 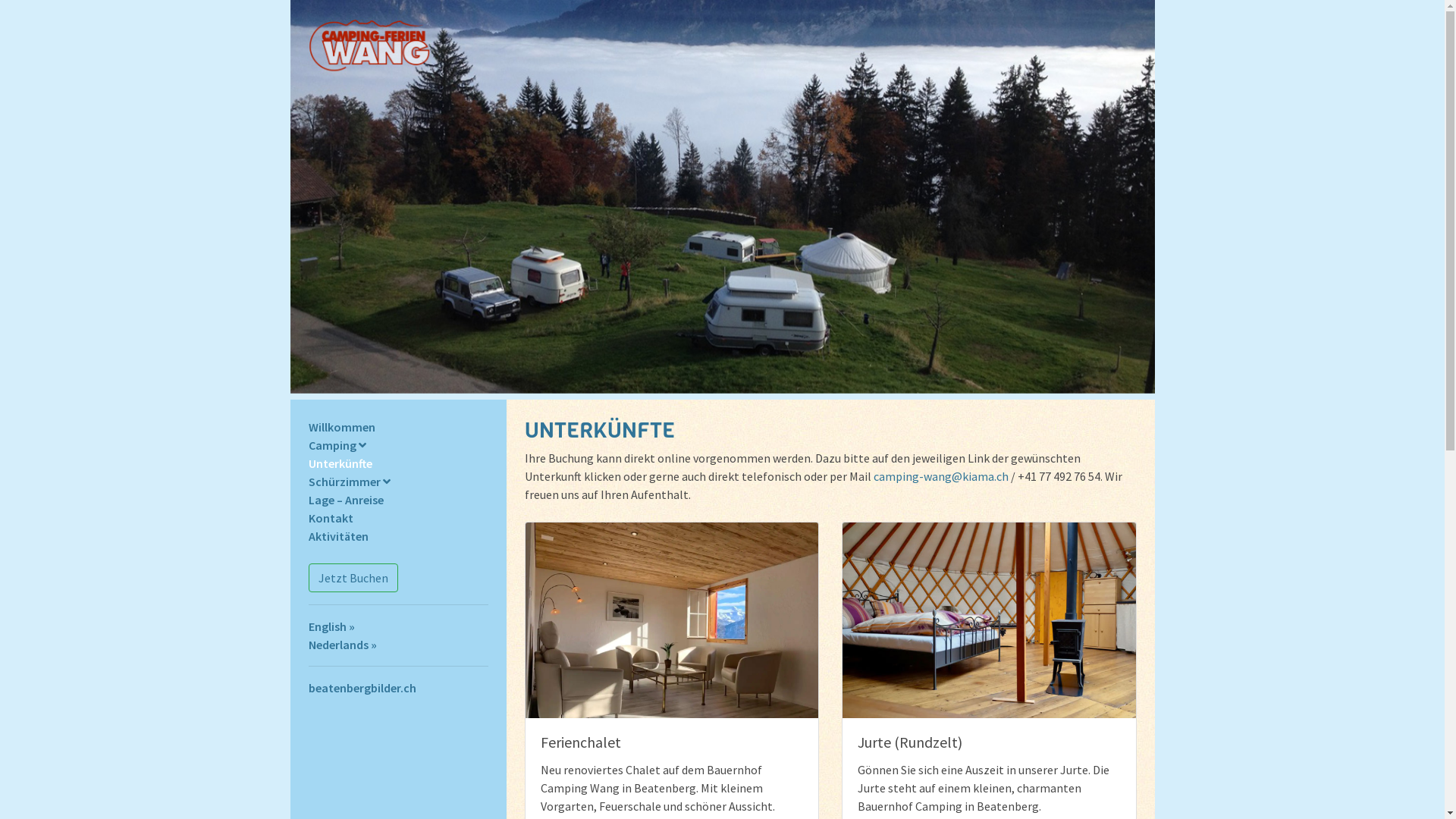 I want to click on 'Willkommen', so click(x=340, y=427).